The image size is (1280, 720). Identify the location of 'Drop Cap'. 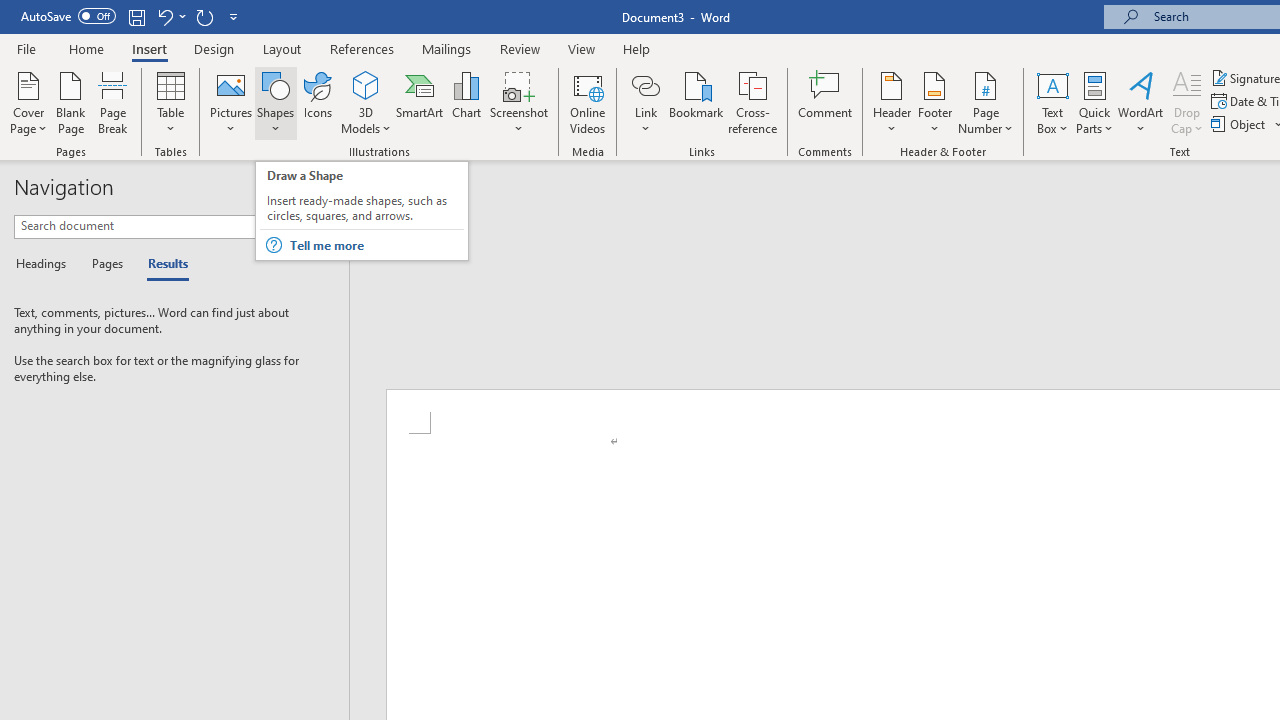
(1187, 103).